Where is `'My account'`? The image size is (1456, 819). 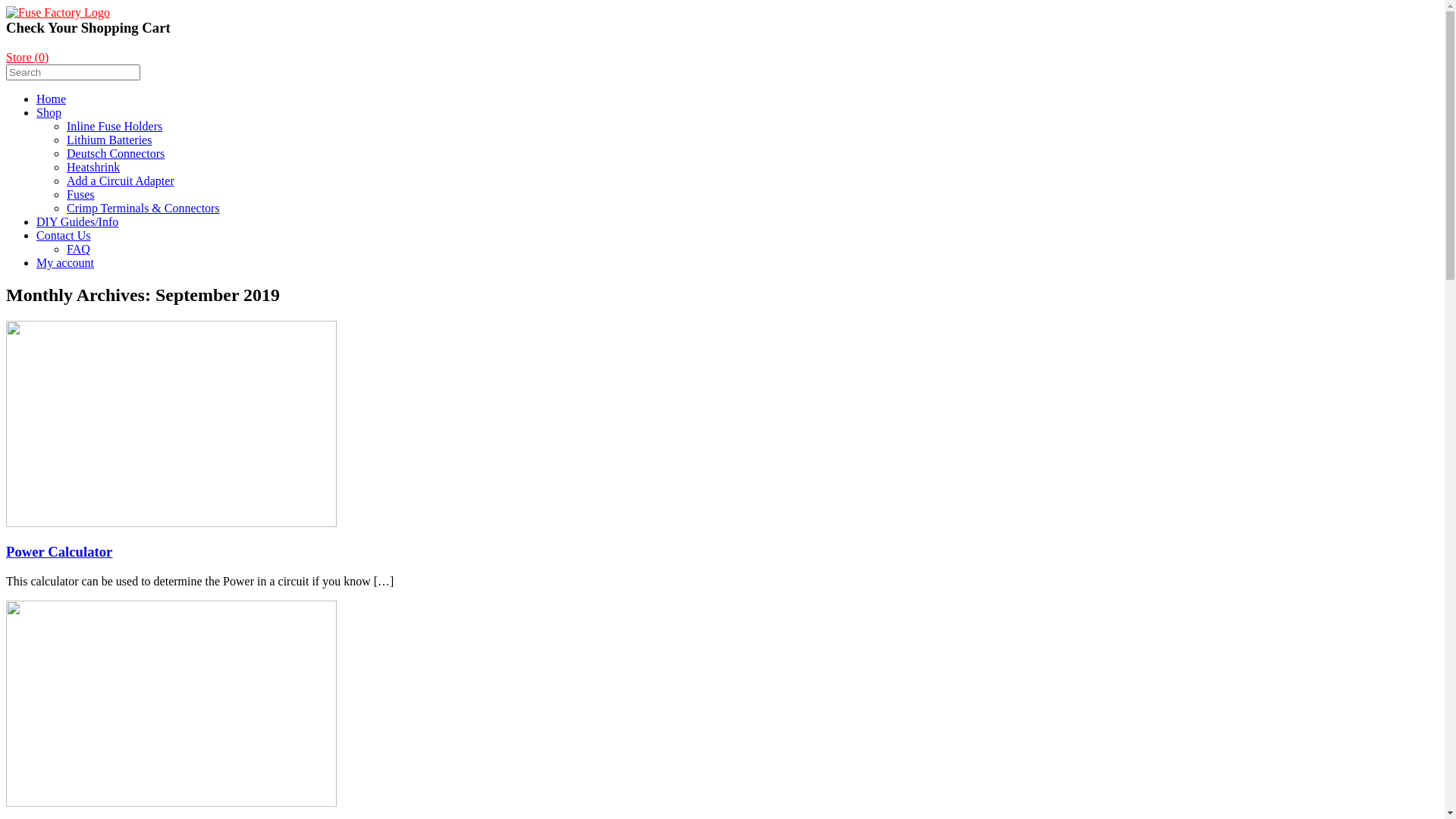
'My account' is located at coordinates (64, 262).